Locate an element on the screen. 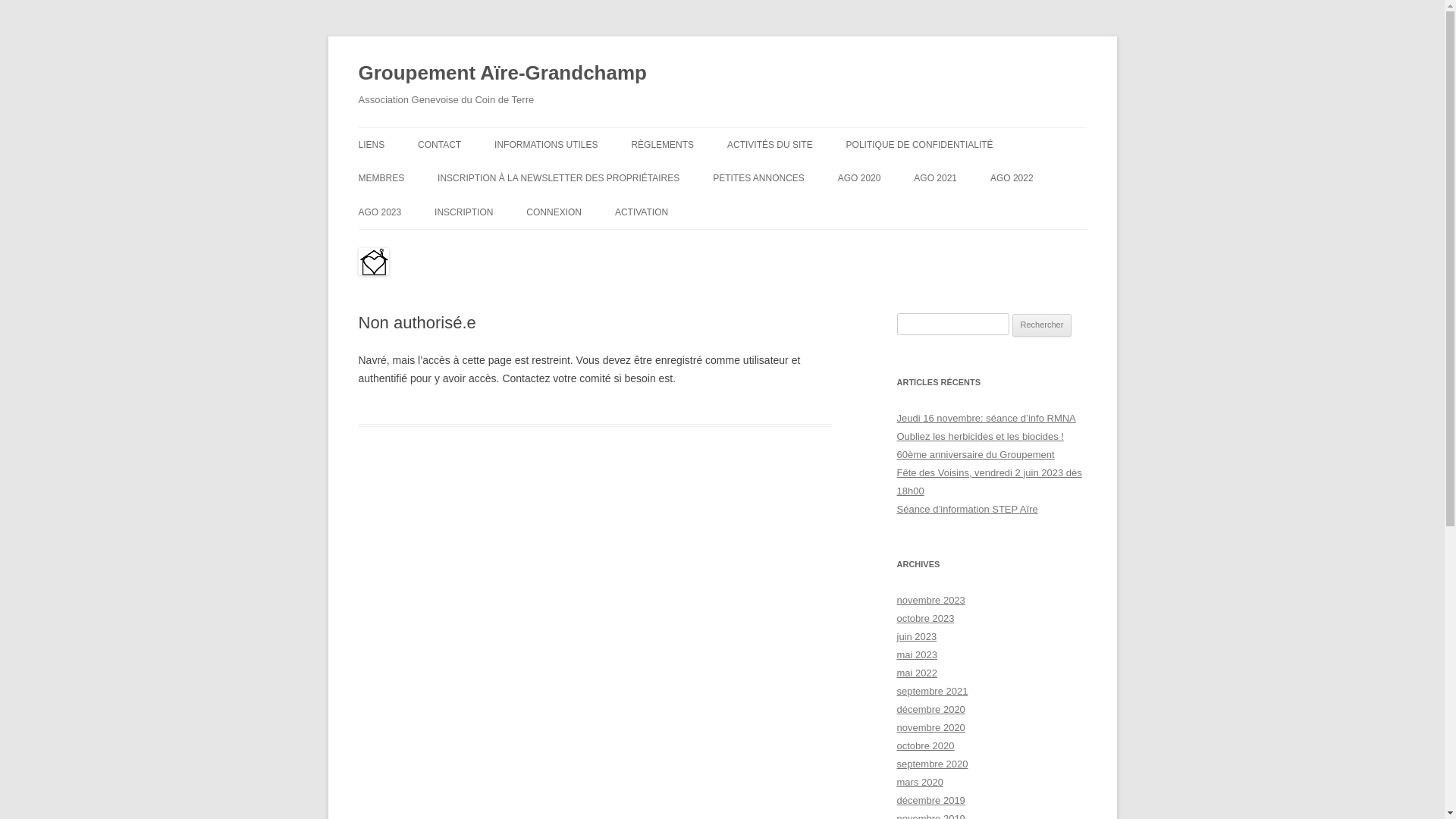  'mai 2022' is located at coordinates (915, 672).